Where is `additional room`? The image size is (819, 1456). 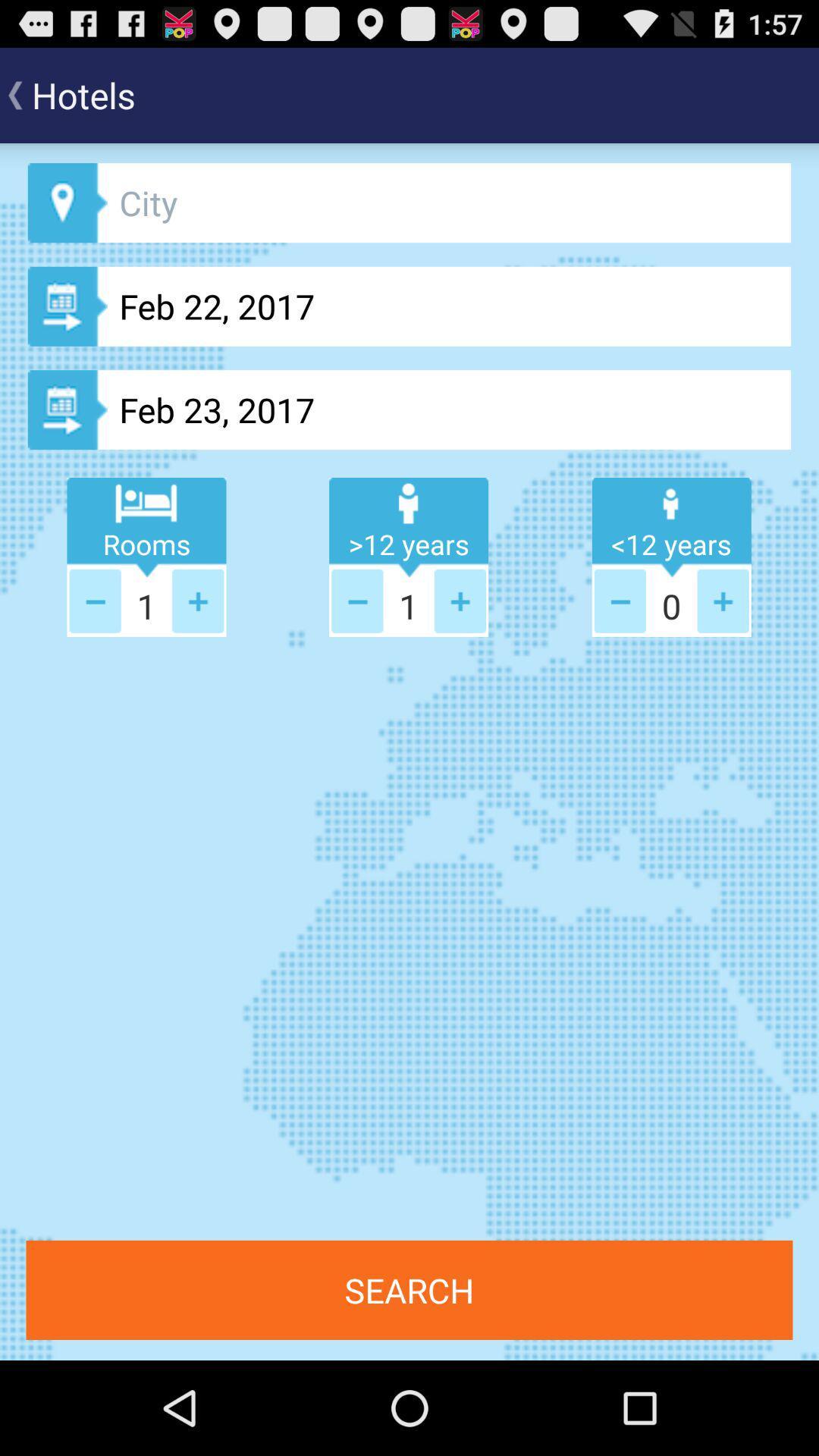 additional room is located at coordinates (197, 600).